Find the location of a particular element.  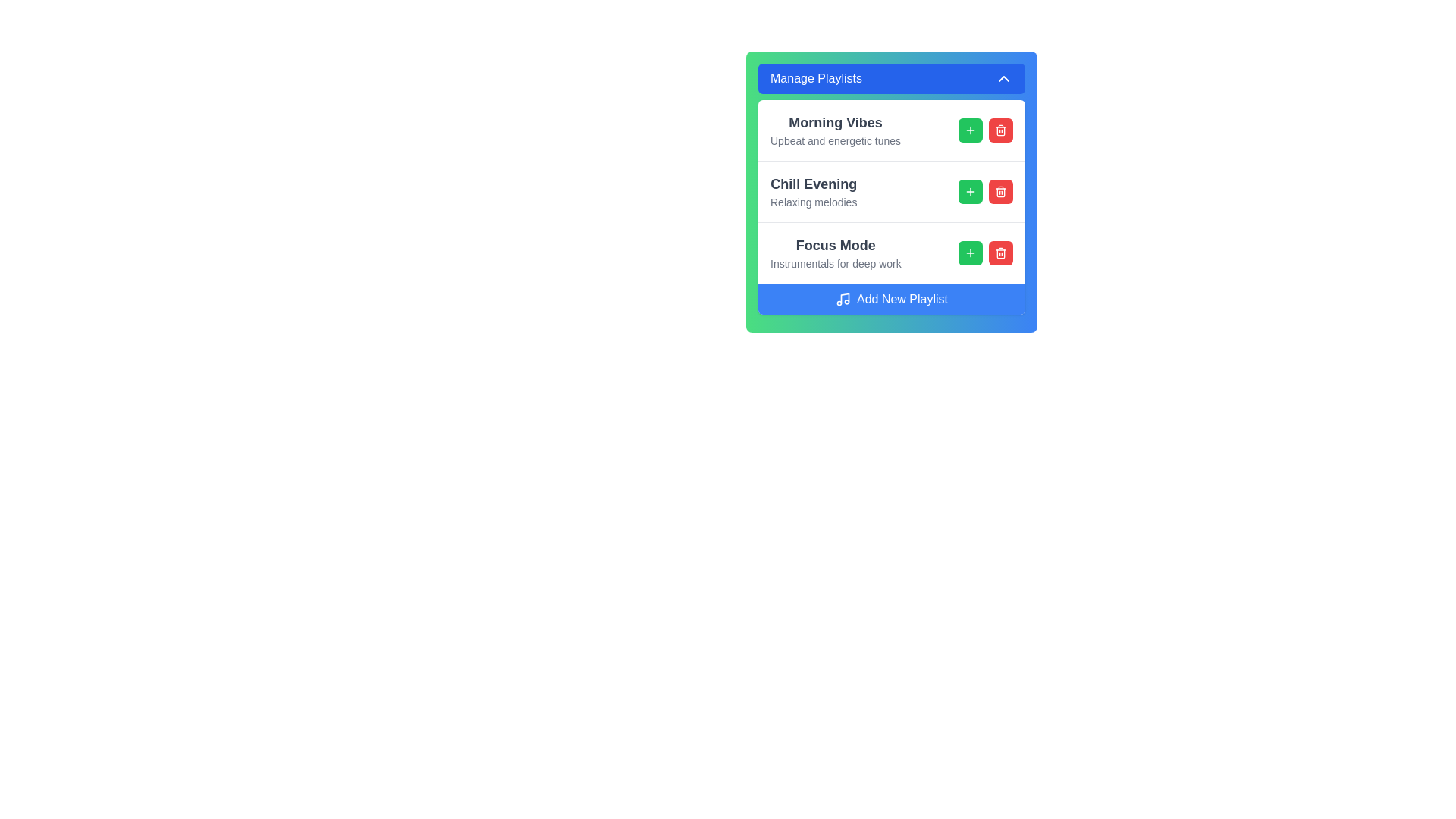

the plus button located at the right end of the 'Chill Evening' playlist row is located at coordinates (986, 191).